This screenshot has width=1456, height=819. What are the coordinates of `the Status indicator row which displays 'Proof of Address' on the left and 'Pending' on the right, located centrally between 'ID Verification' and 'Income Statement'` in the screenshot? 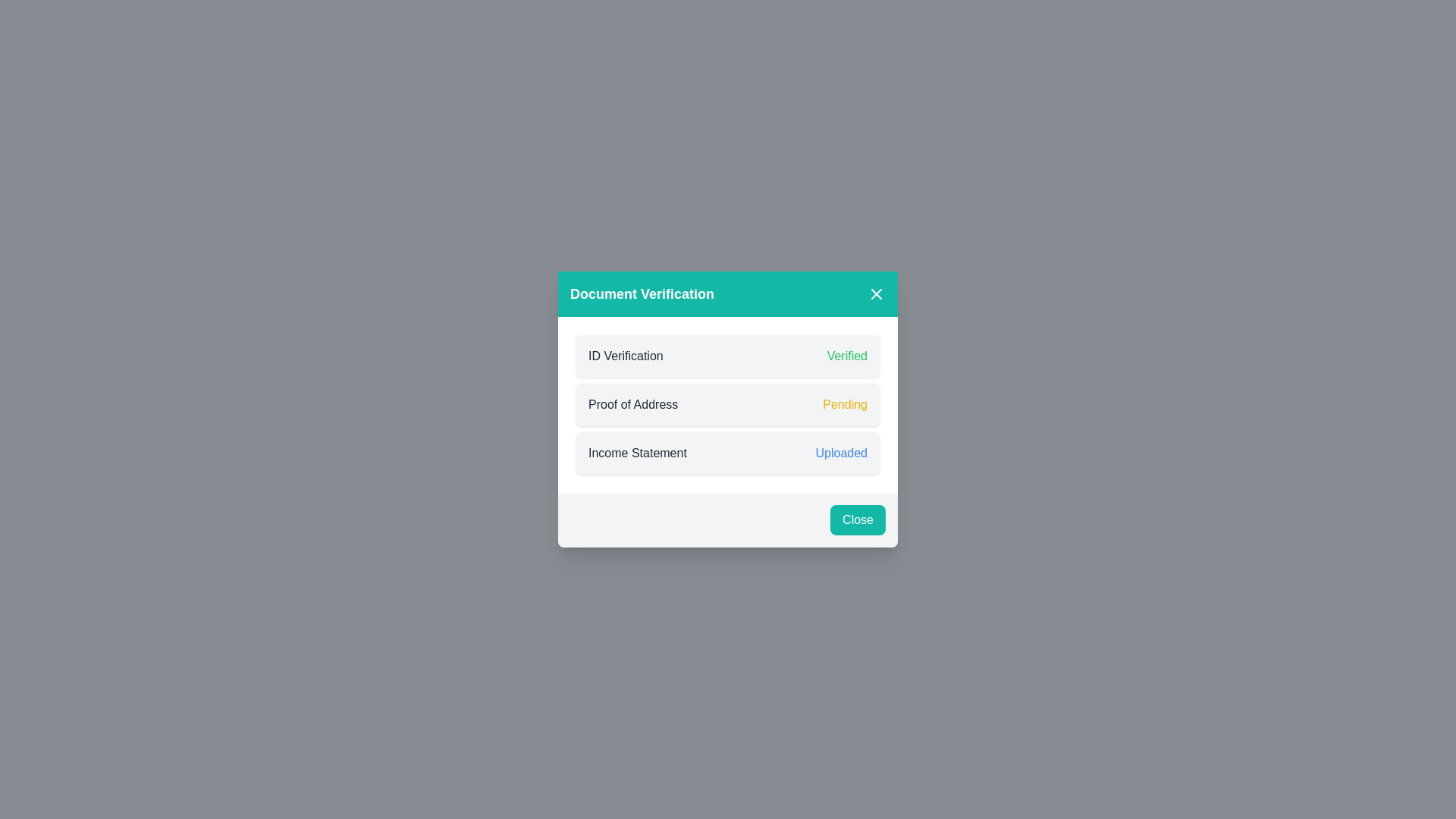 It's located at (728, 403).